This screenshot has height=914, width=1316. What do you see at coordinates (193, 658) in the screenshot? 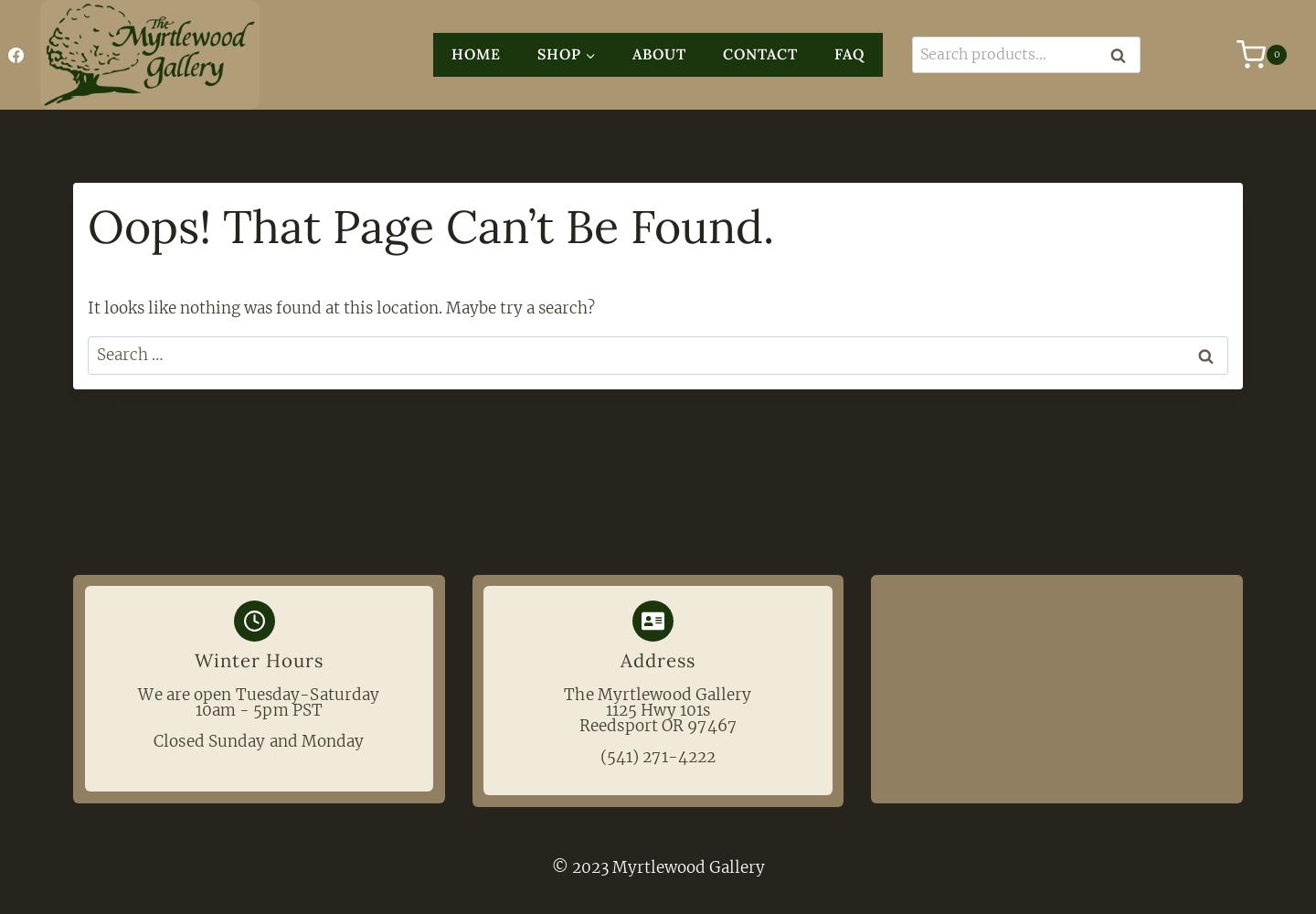
I see `'Winter Hours'` at bounding box center [193, 658].